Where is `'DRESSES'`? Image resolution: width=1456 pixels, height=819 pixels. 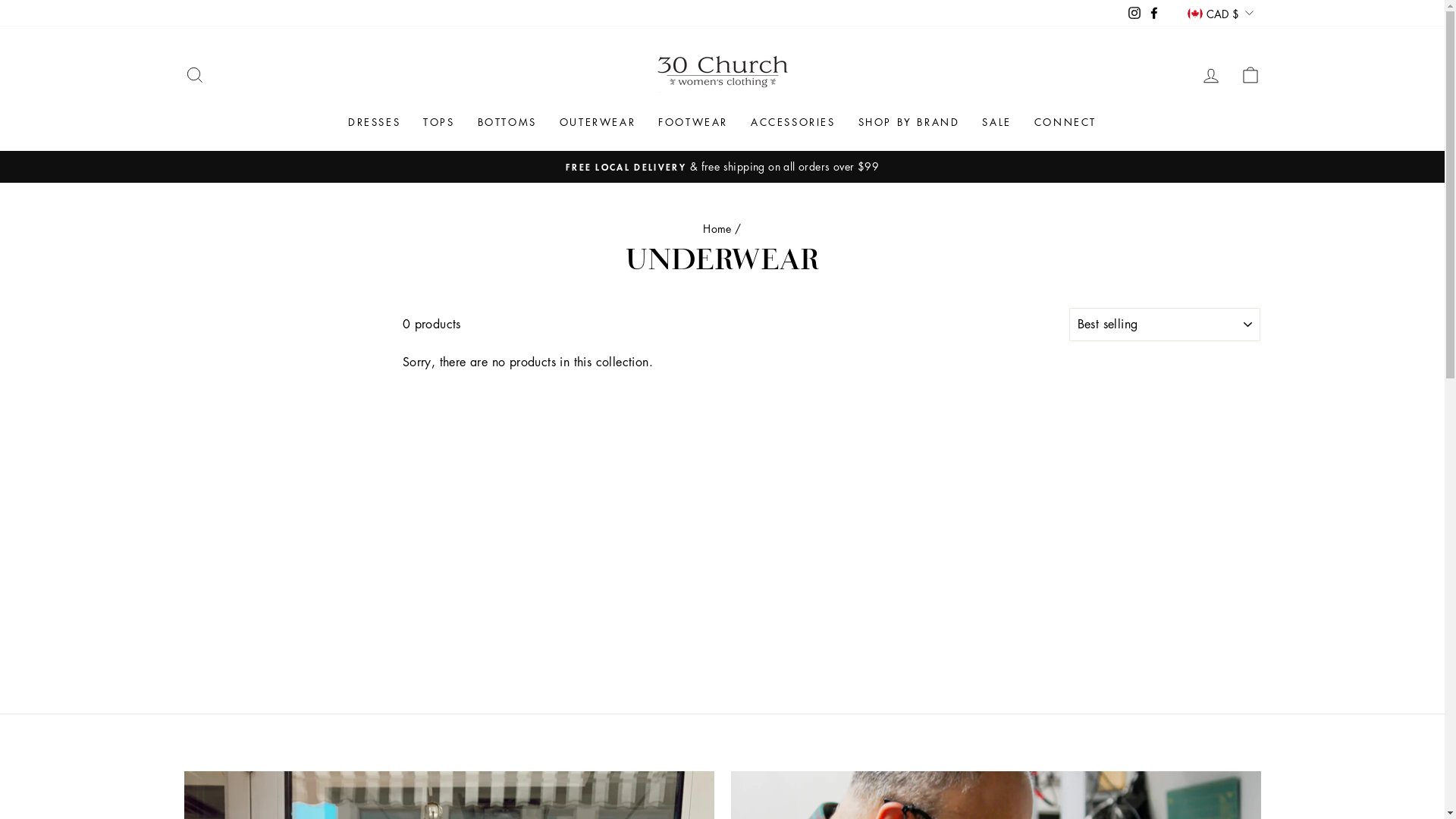
'DRESSES' is located at coordinates (374, 122).